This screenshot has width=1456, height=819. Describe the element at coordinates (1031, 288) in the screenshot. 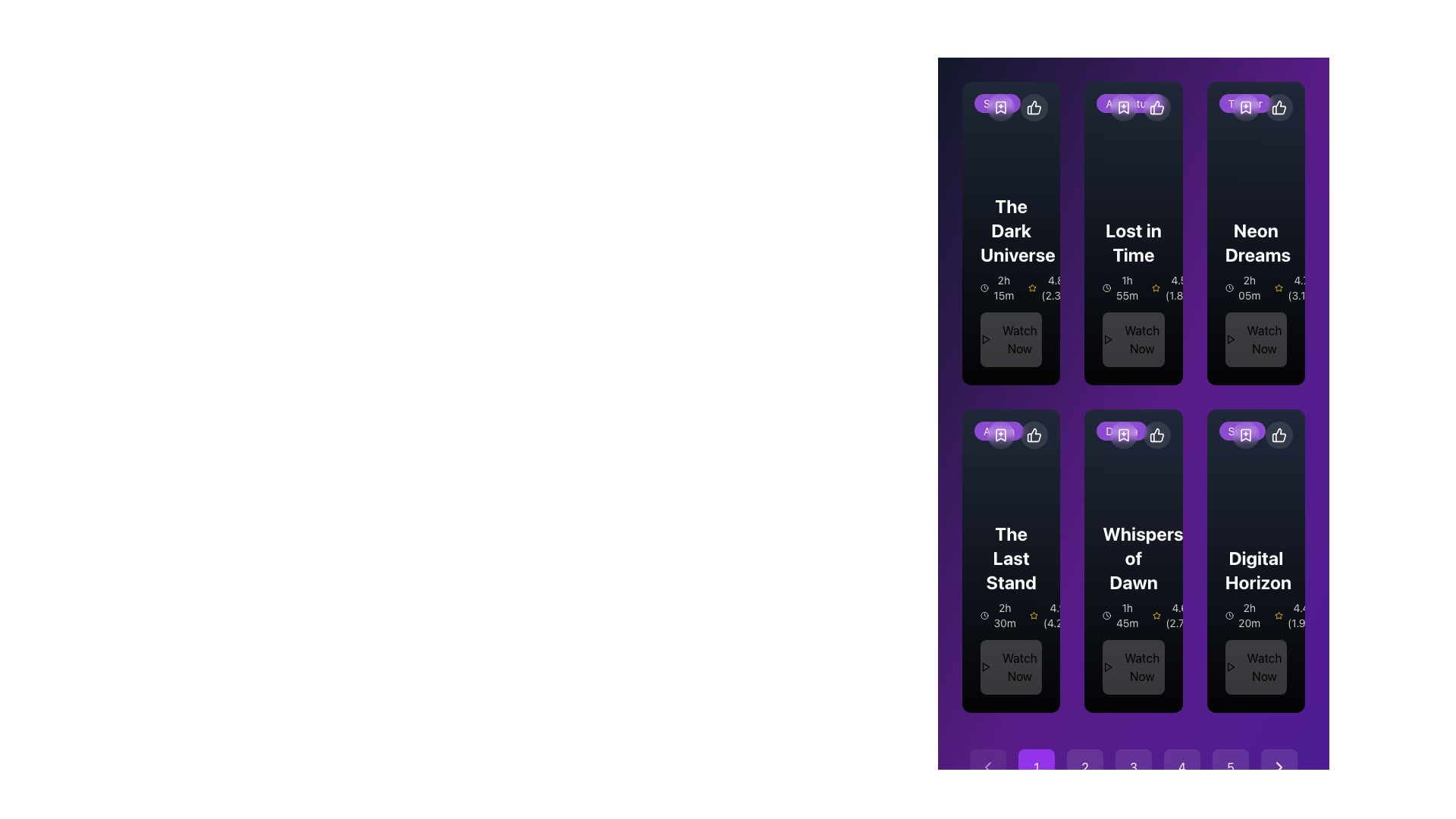

I see `the yellow star icon with a hollow center, which is part of the rating feature located in the upper section of a card, near the numeric rating text` at that location.